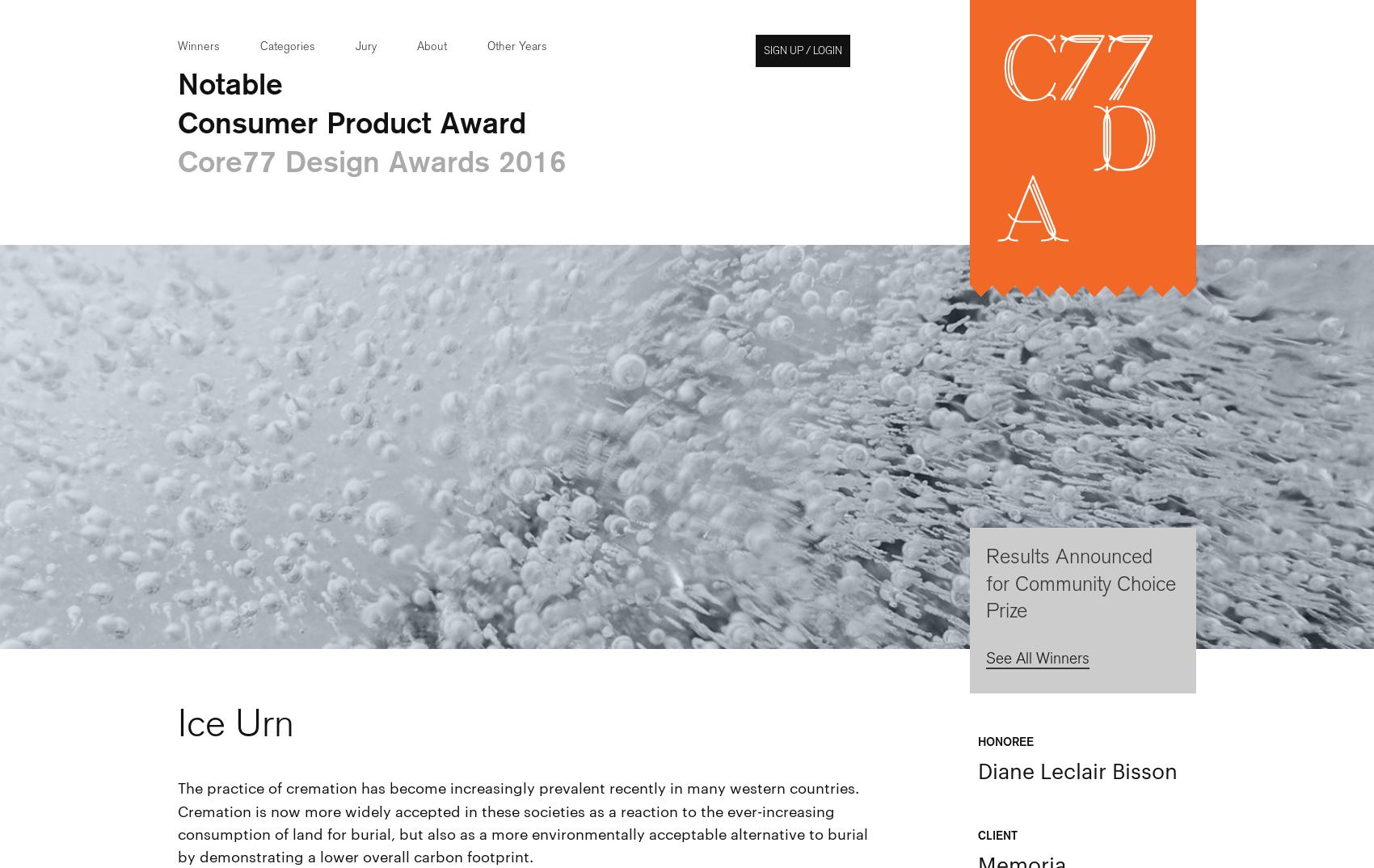  Describe the element at coordinates (236, 722) in the screenshot. I see `'Ice Urn'` at that location.